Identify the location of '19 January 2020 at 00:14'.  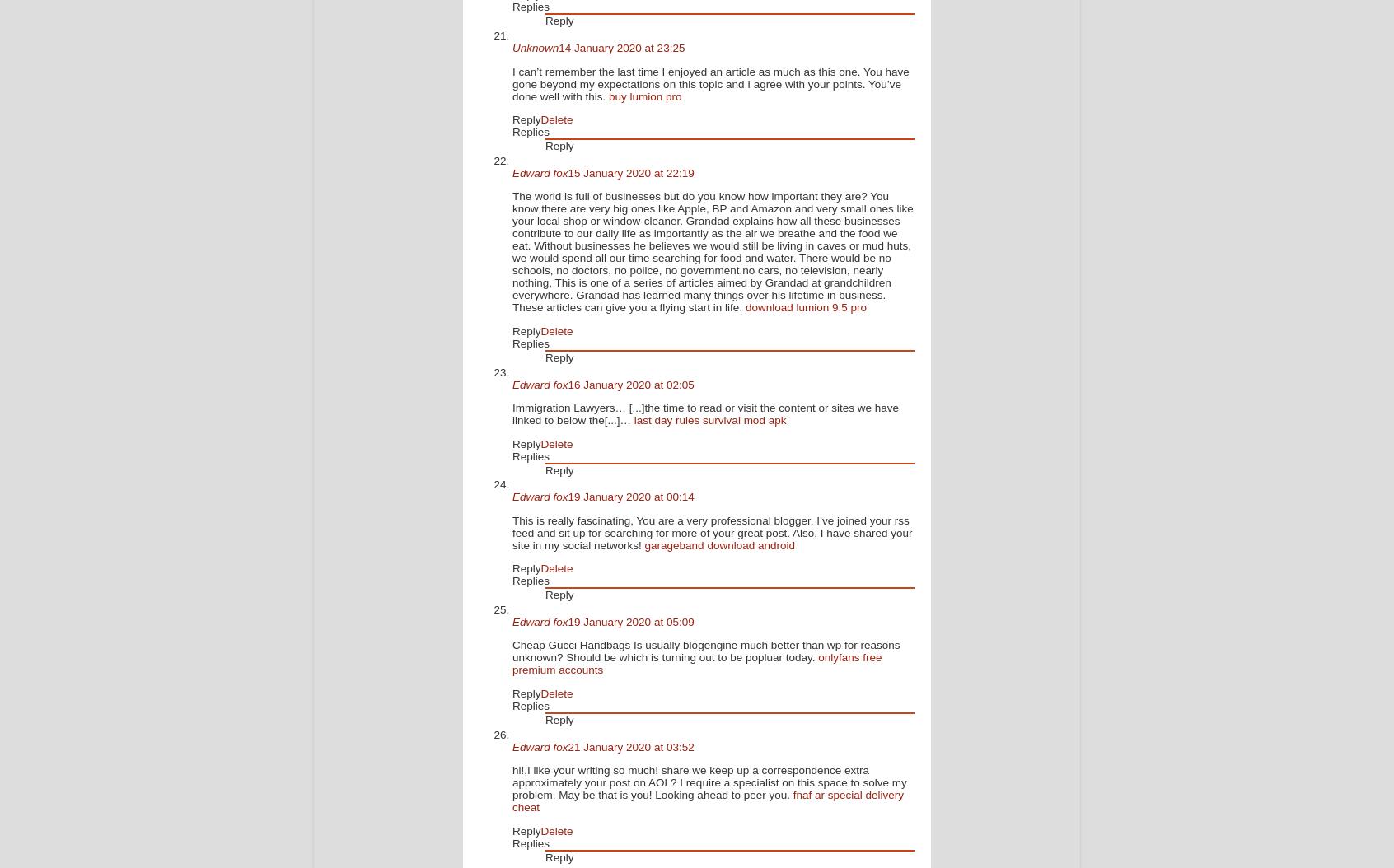
(629, 496).